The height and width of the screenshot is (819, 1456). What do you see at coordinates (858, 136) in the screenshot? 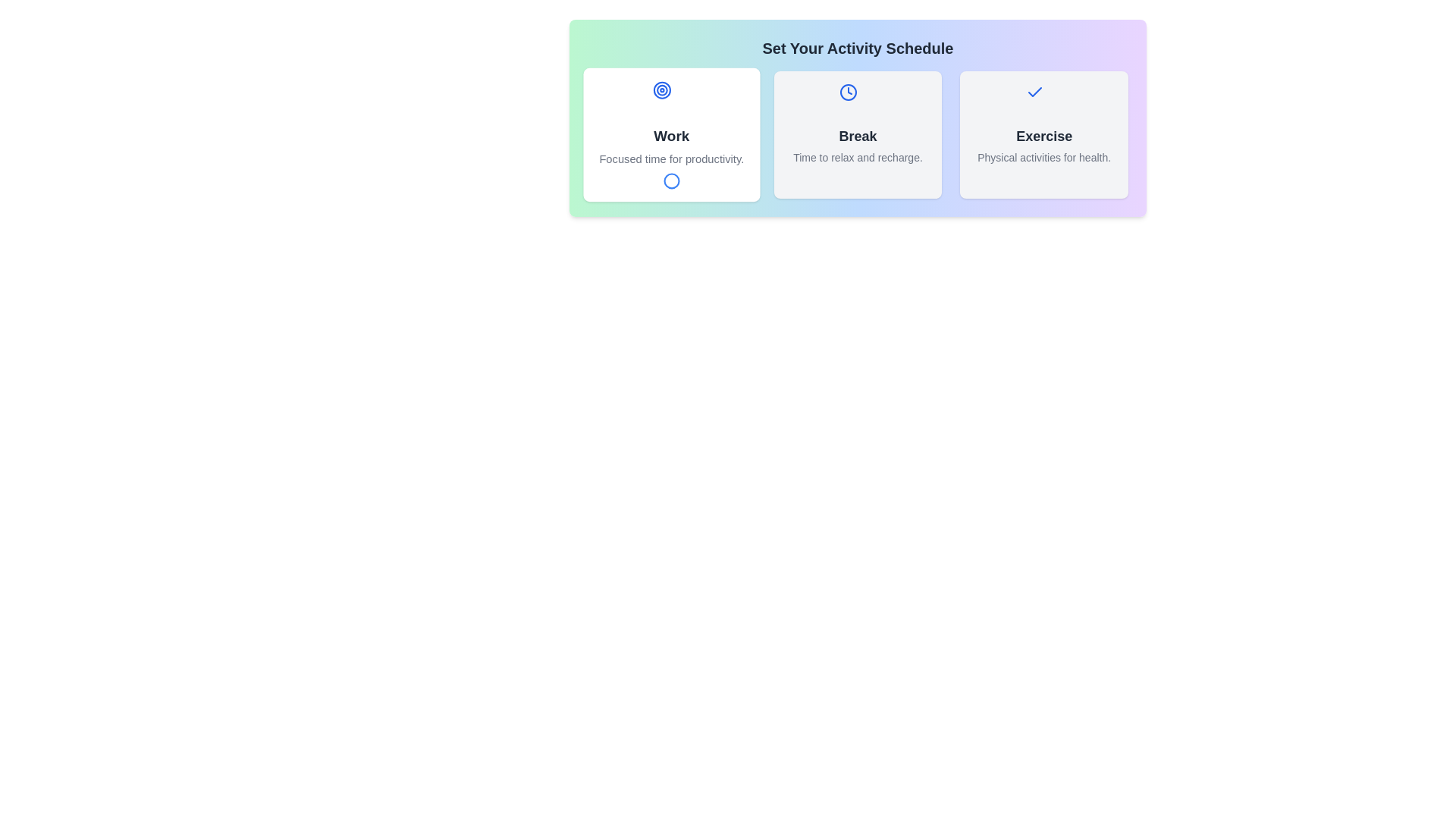
I see `the static text label displaying the word 'Break', which is bold and dark gray, located in the middle column of the activity selection section, positioned above the description text and below the clock icon` at bounding box center [858, 136].